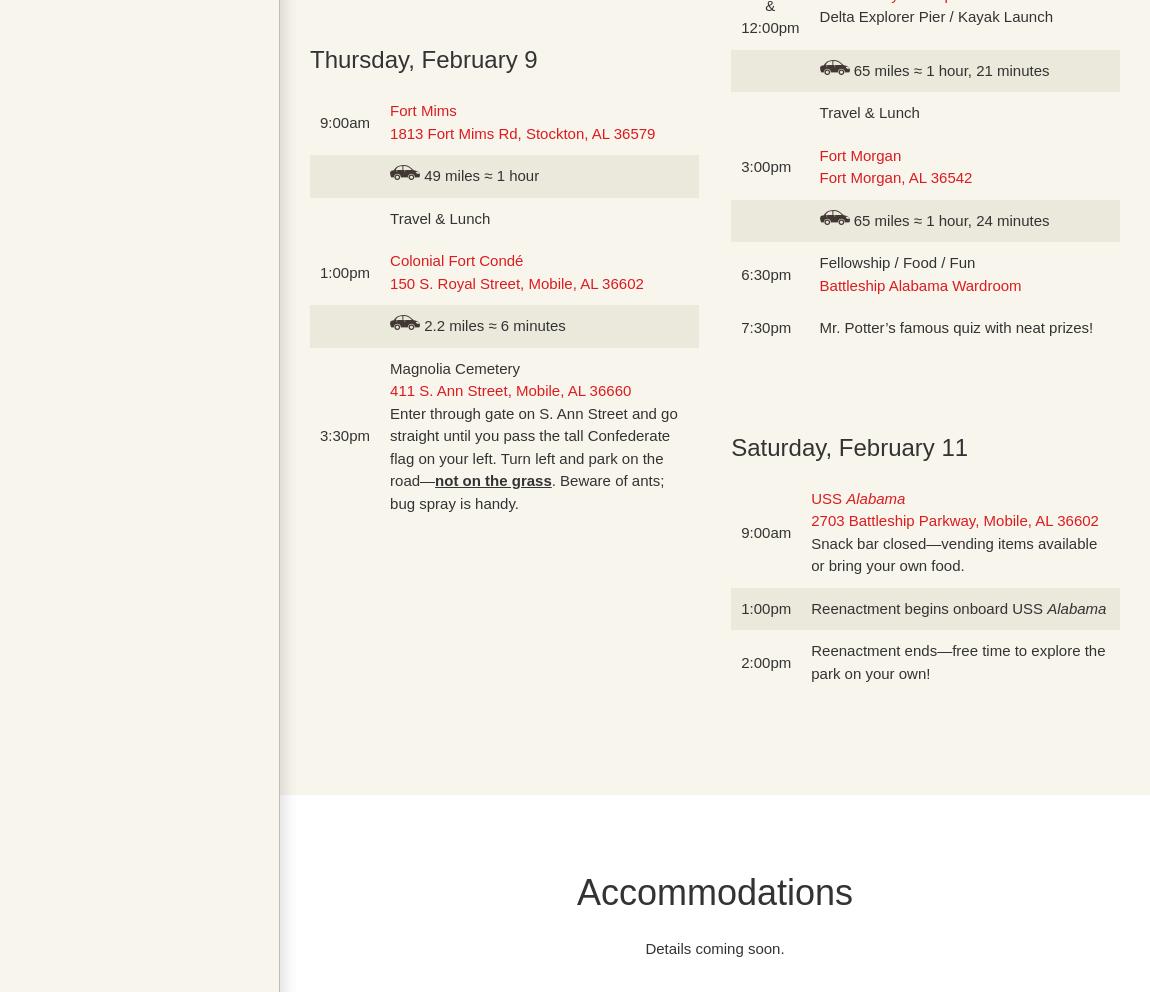 This screenshot has height=992, width=1150. What do you see at coordinates (389, 390) in the screenshot?
I see `'411 S. Ann Street, Mobile, AL 36660'` at bounding box center [389, 390].